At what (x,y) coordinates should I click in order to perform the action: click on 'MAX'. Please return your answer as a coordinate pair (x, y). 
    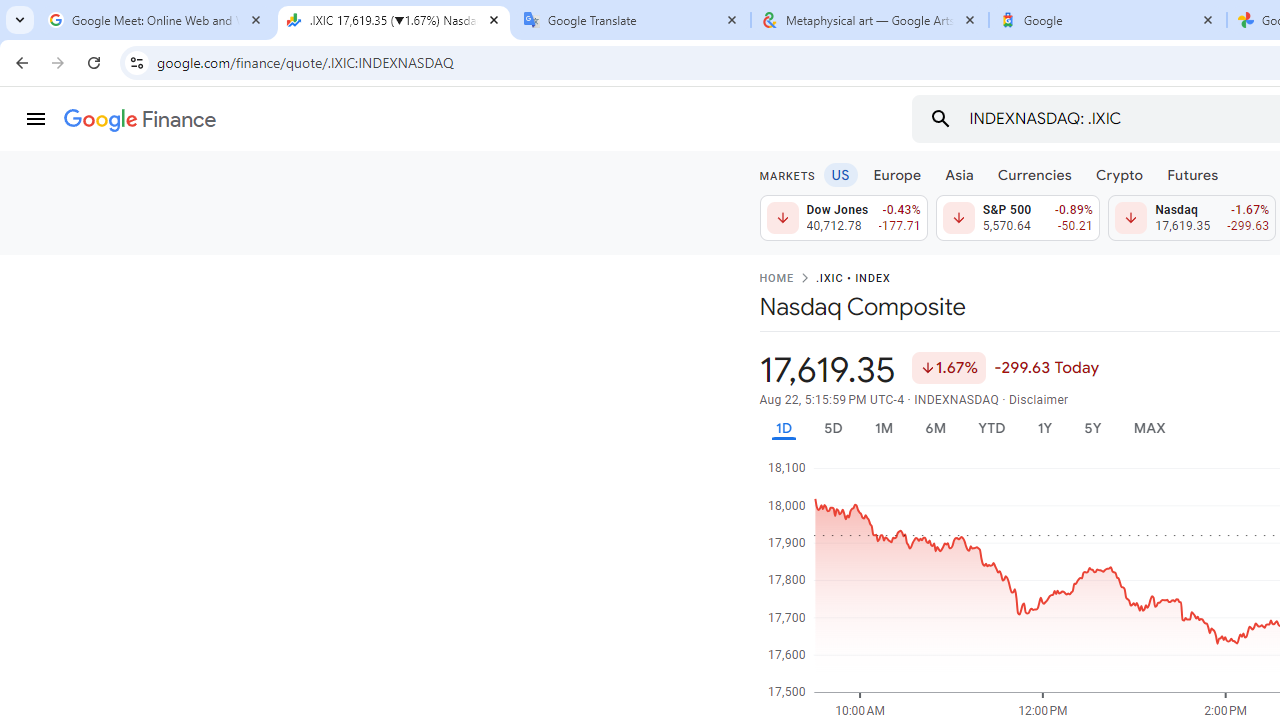
    Looking at the image, I should click on (1149, 427).